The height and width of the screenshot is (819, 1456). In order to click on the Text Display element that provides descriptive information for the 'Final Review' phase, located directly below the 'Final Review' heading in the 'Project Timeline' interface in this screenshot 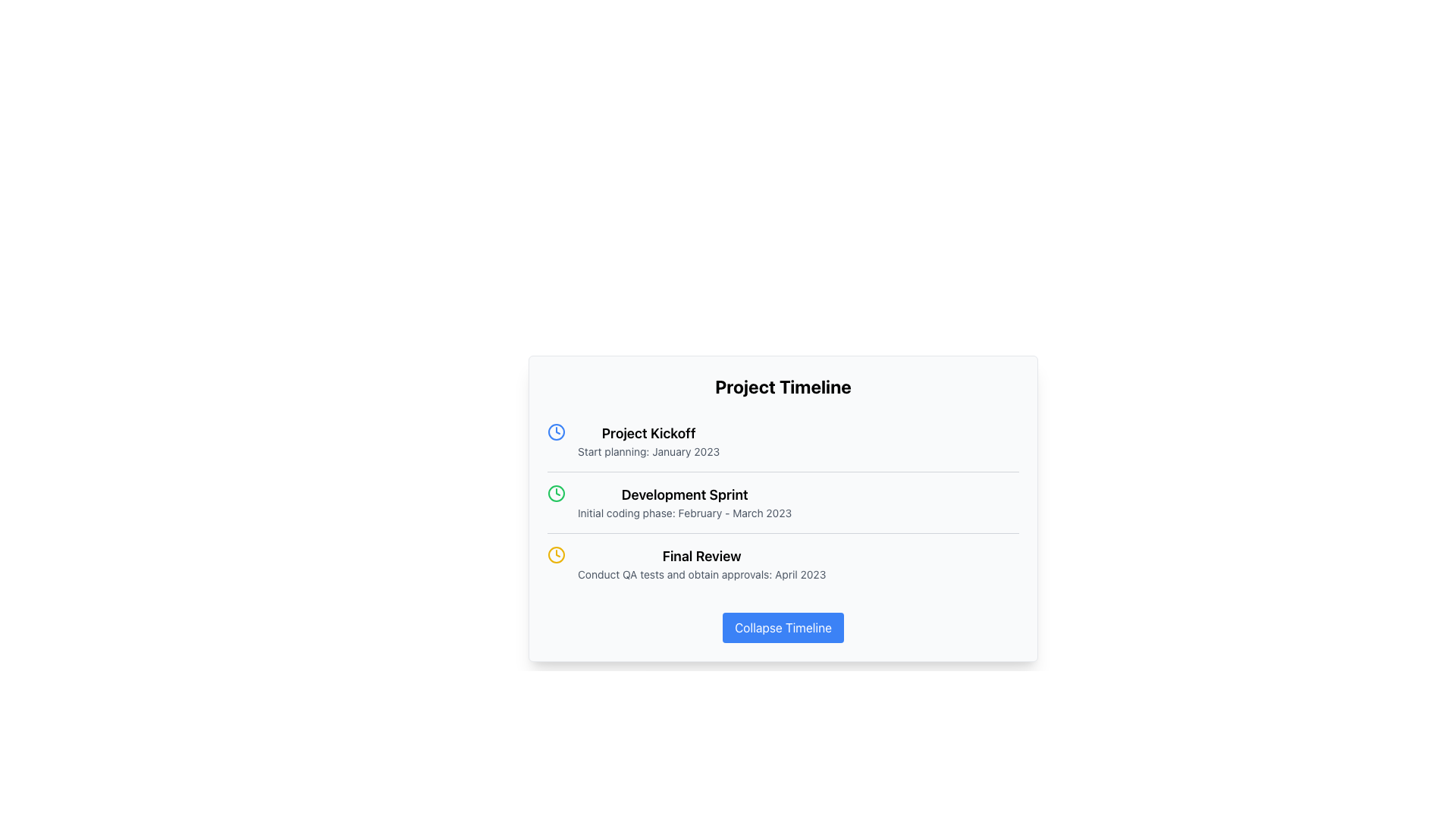, I will do `click(701, 575)`.